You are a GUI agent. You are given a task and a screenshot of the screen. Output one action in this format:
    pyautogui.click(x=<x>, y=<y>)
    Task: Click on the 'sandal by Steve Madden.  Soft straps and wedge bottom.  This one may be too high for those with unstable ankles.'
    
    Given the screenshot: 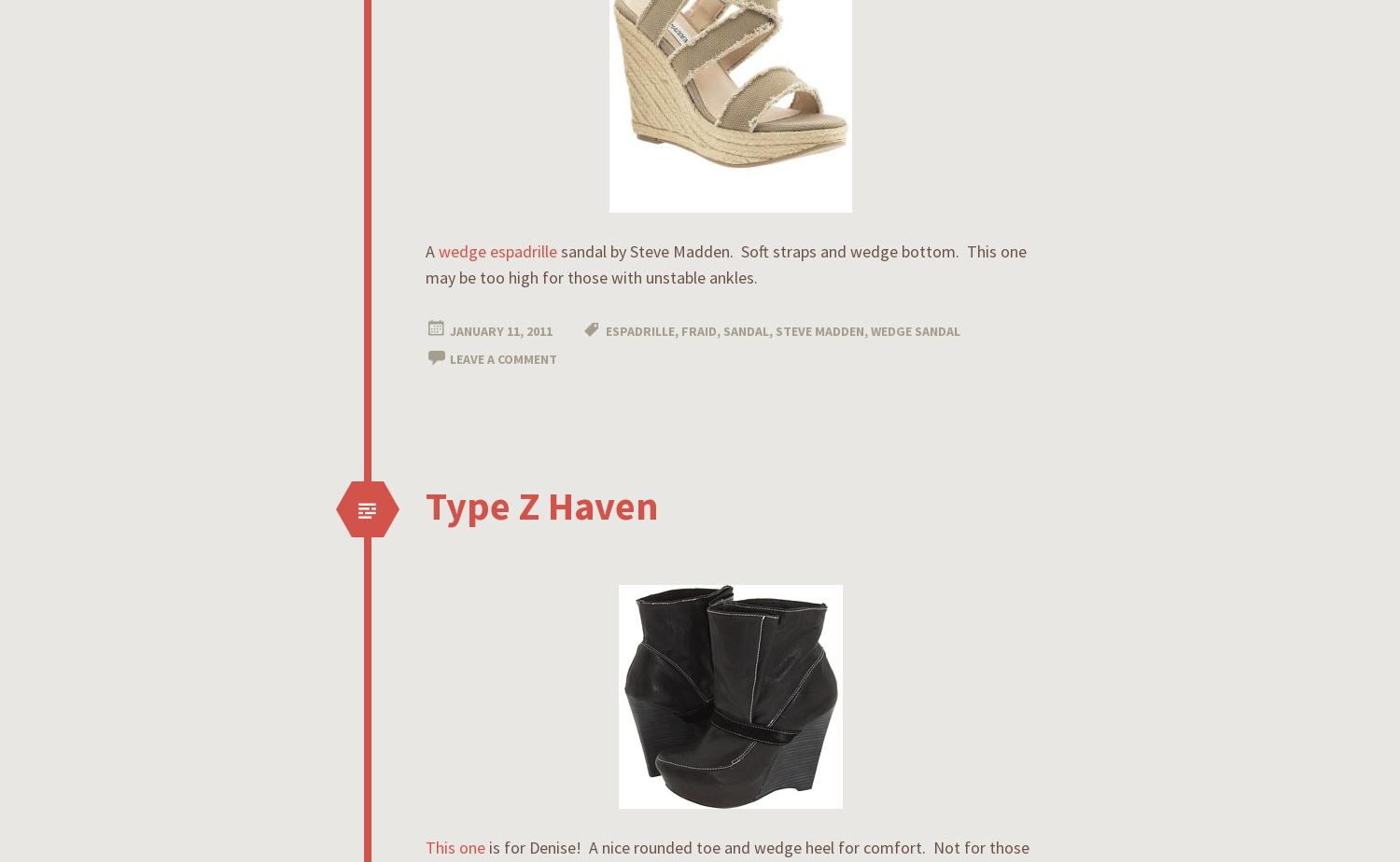 What is the action you would take?
    pyautogui.click(x=726, y=264)
    